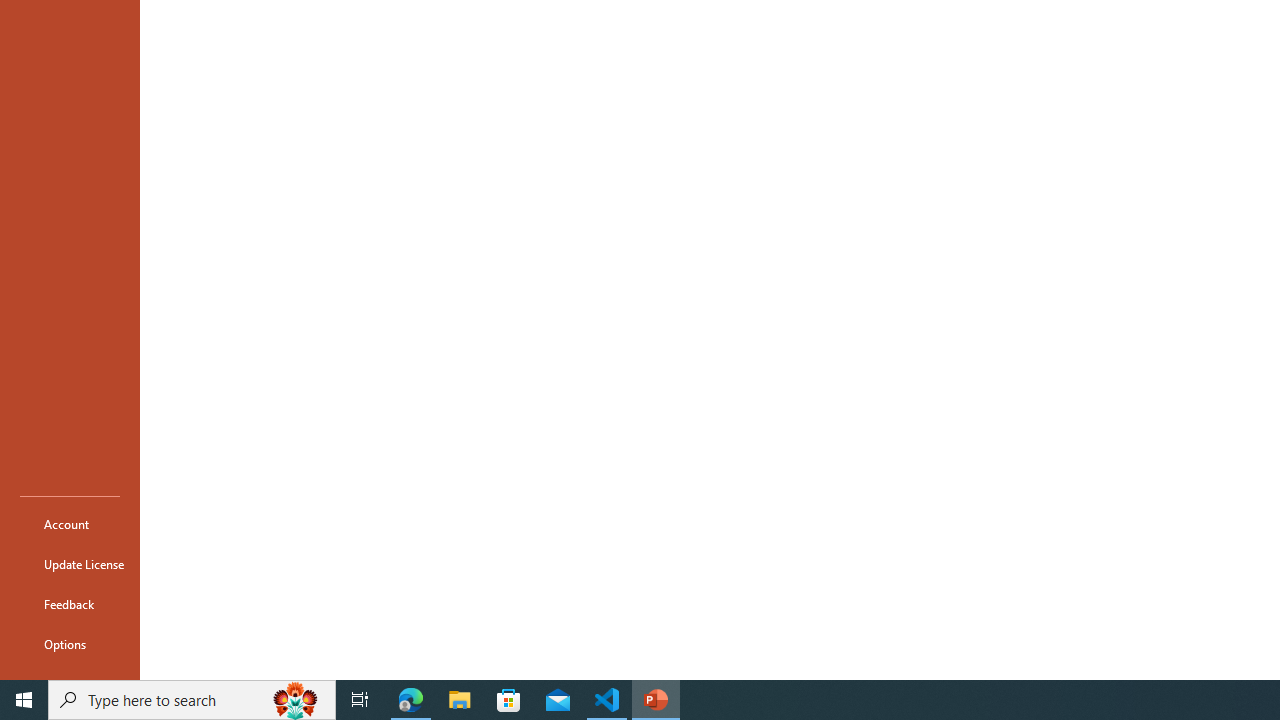 This screenshot has width=1280, height=720. Describe the element at coordinates (69, 523) in the screenshot. I see `'Account'` at that location.